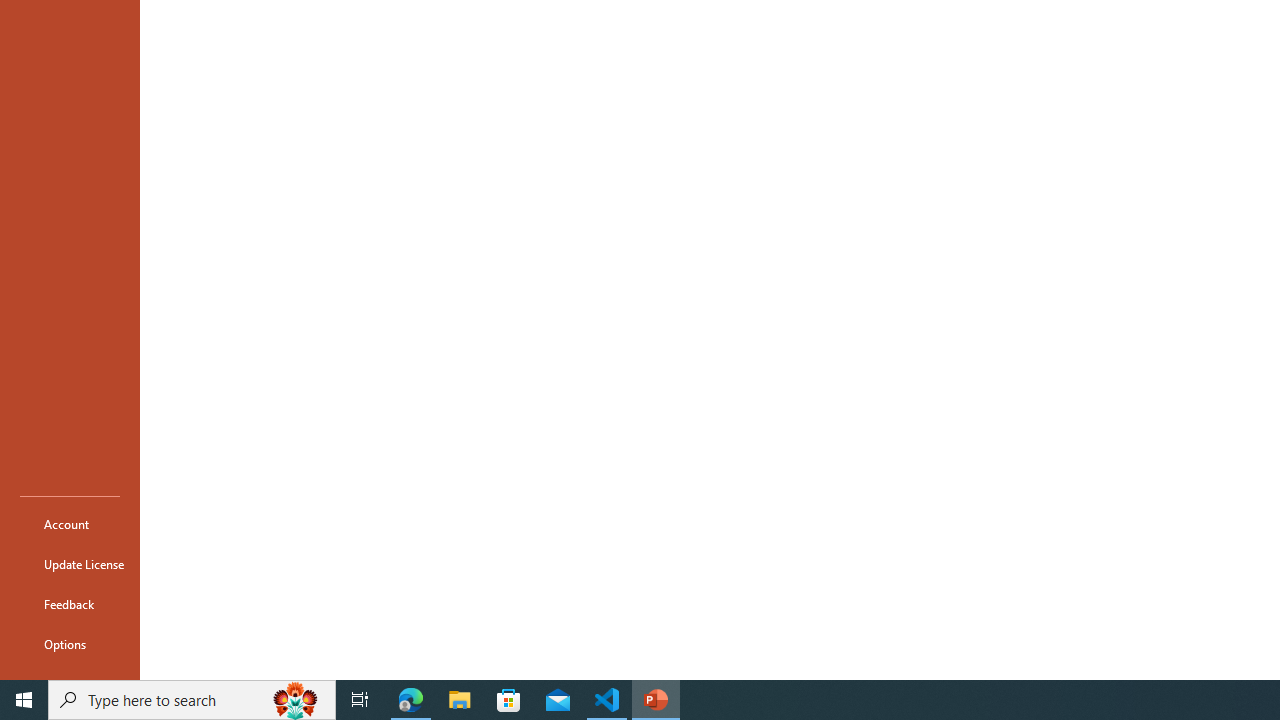 This screenshot has width=1280, height=720. Describe the element at coordinates (69, 523) in the screenshot. I see `'Account'` at that location.